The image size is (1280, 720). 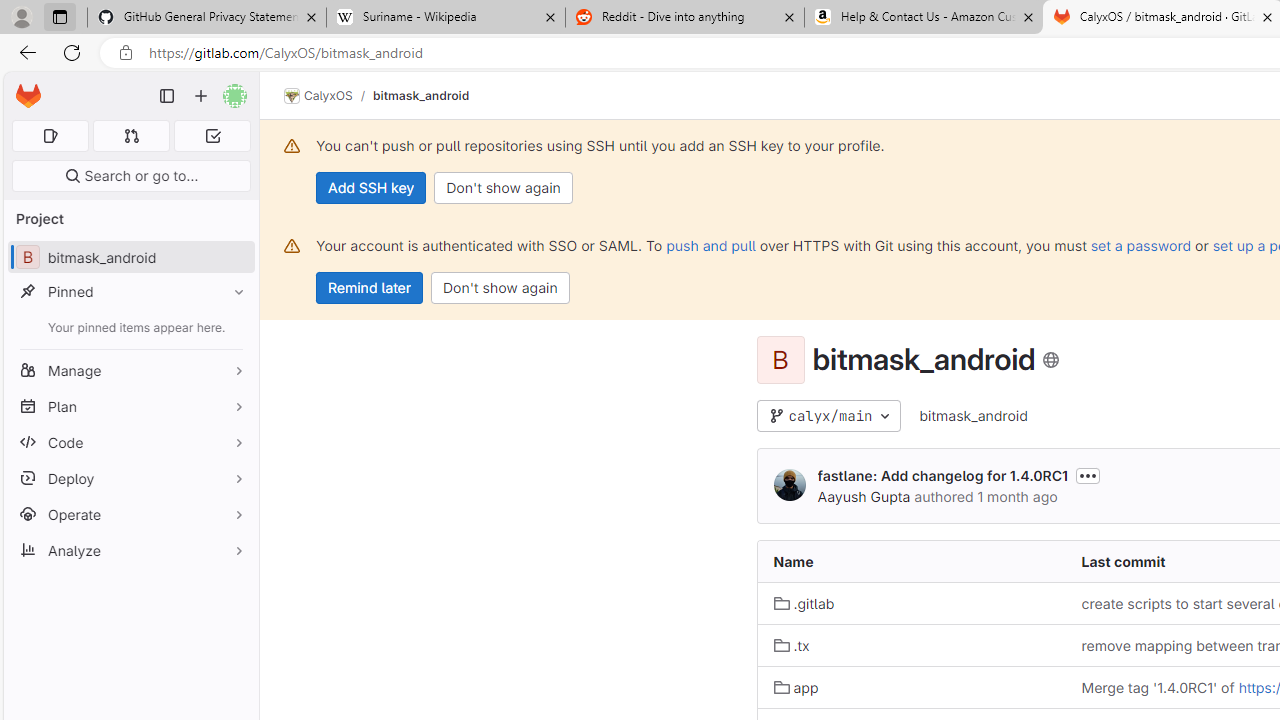 I want to click on 'calyx/main', so click(x=828, y=415).